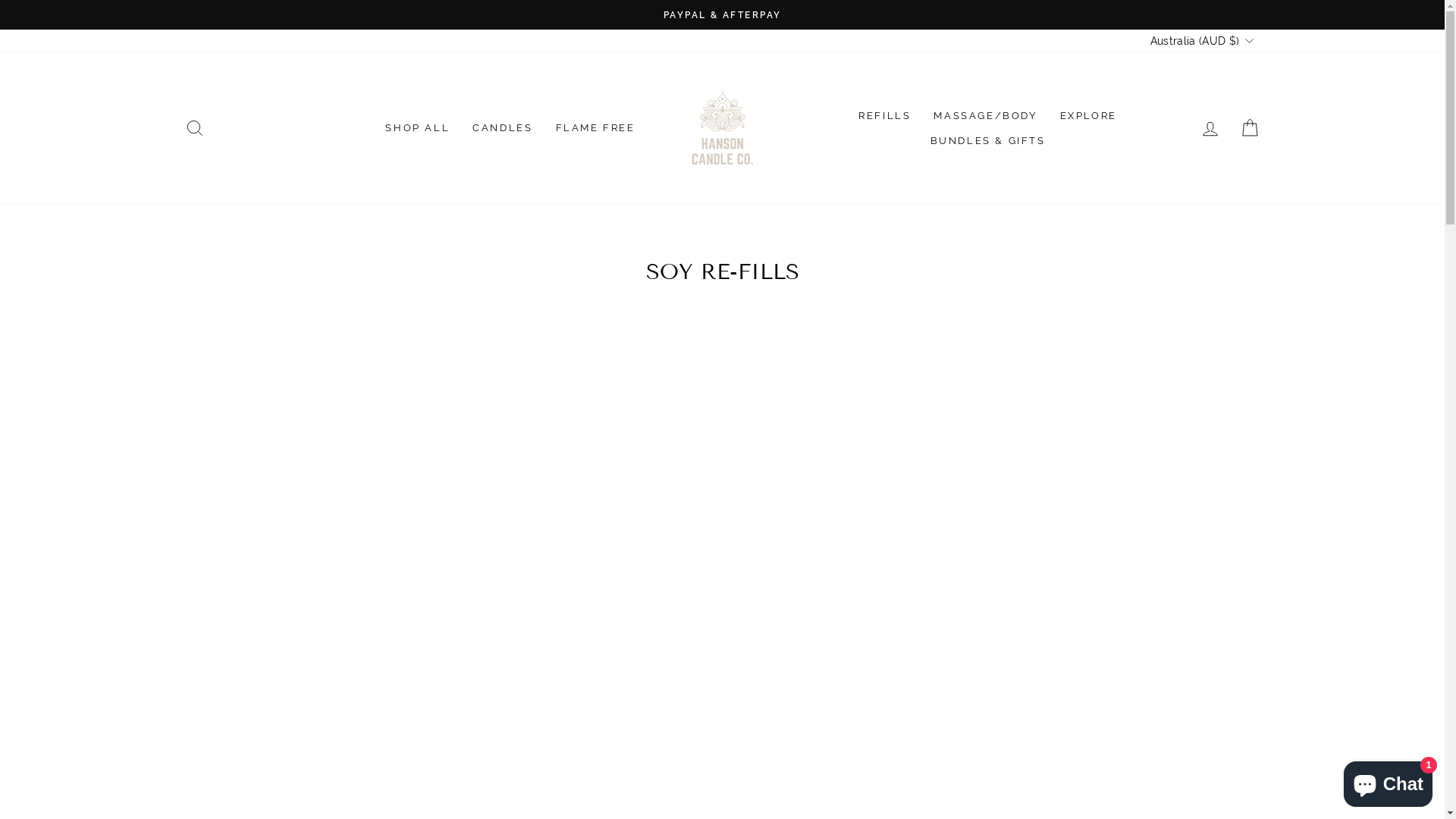 The width and height of the screenshot is (1456, 819). What do you see at coordinates (987, 140) in the screenshot?
I see `'BUNDLES & GIFTS'` at bounding box center [987, 140].